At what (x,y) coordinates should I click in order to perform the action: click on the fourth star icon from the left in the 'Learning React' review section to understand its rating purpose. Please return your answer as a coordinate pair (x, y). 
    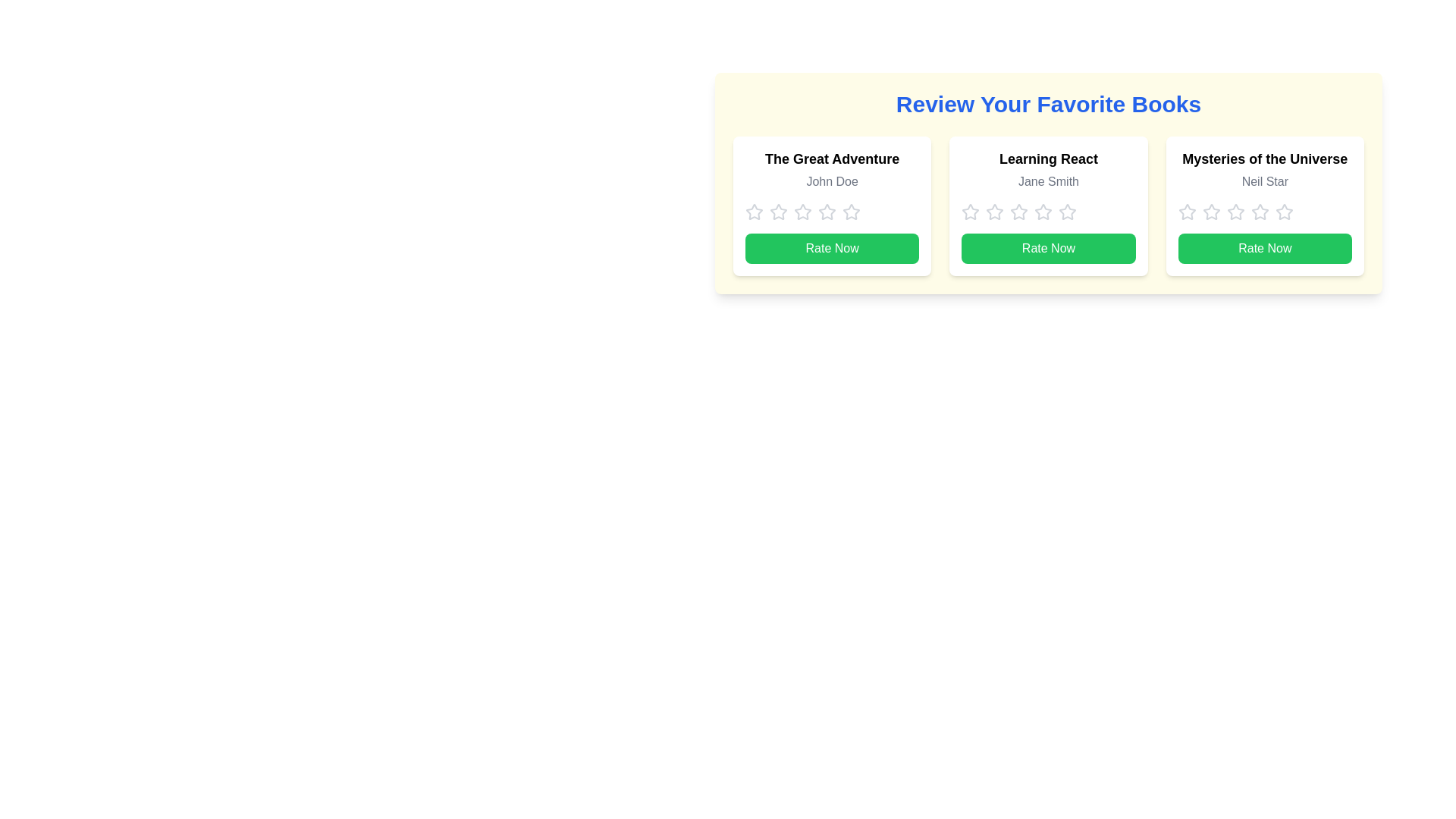
    Looking at the image, I should click on (1019, 212).